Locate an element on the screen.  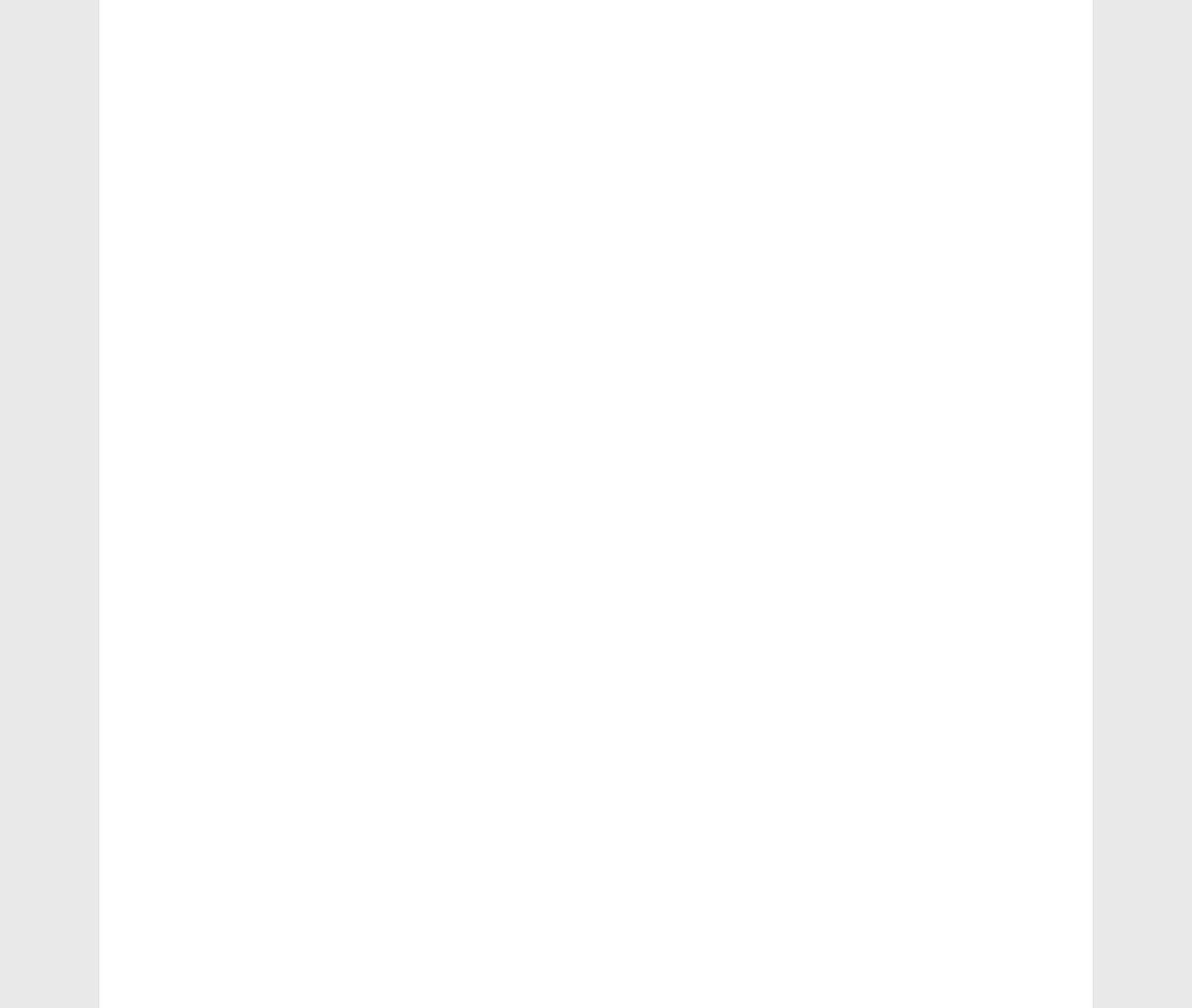
'Learn Hindi Letters' is located at coordinates (912, 186).